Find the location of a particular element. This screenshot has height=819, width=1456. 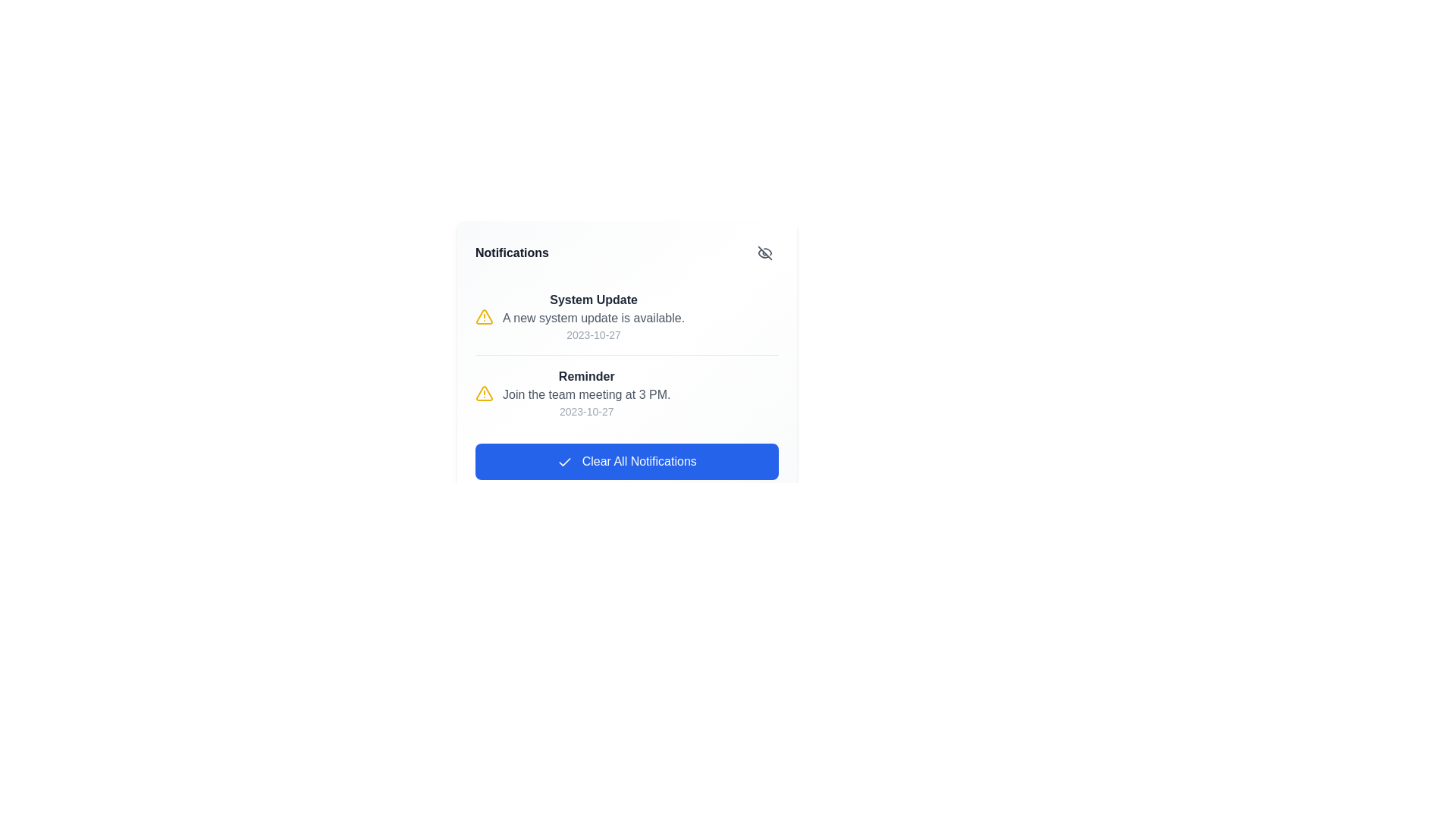

the notification message about the new system update, which is the first item in the notifications section, positioned below the 'Notifications' heading and above the 'Reminder' notification is located at coordinates (592, 315).